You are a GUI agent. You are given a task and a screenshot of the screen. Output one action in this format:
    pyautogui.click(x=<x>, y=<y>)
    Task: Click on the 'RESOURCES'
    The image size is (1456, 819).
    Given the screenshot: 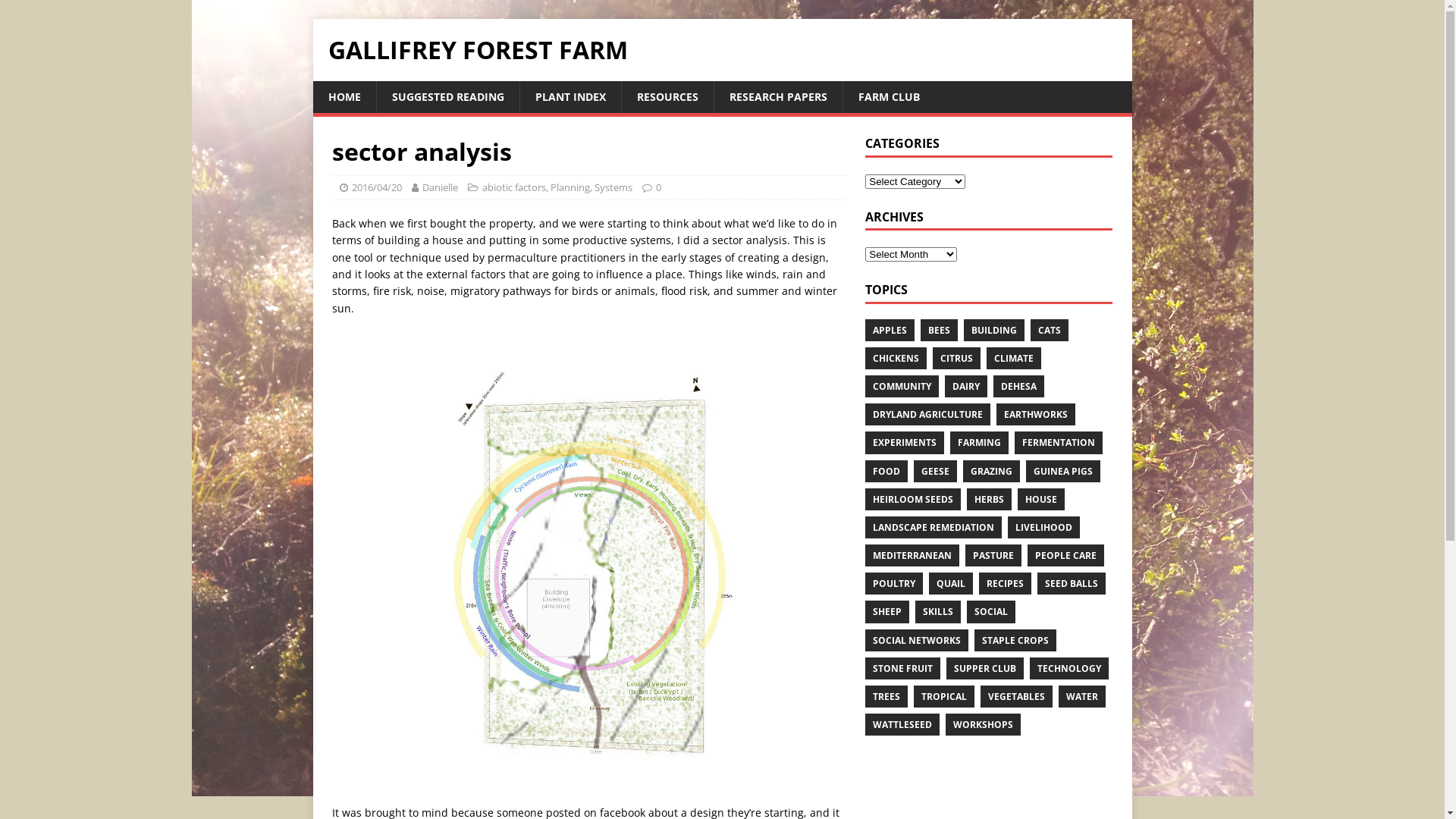 What is the action you would take?
    pyautogui.click(x=620, y=96)
    